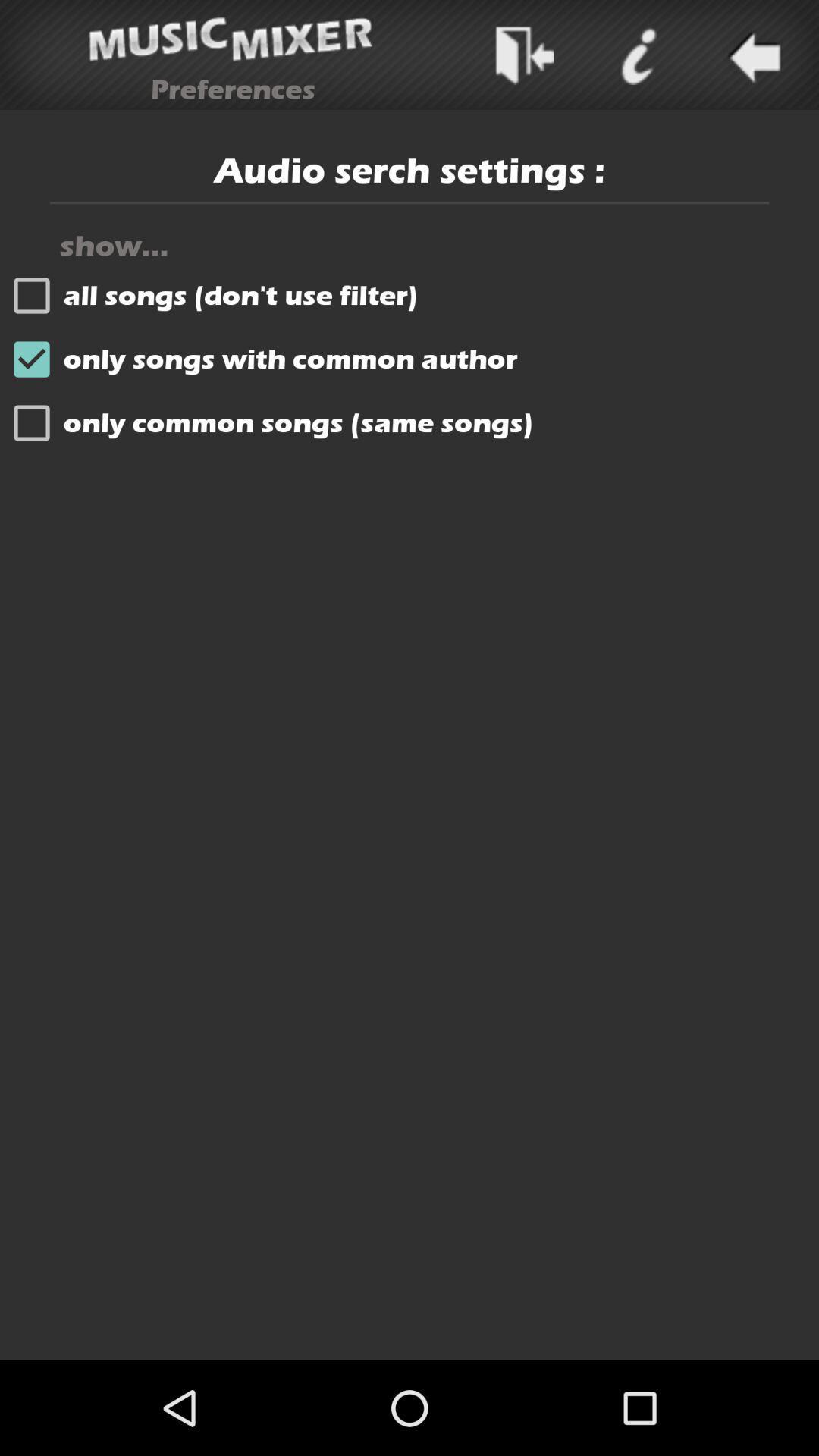  What do you see at coordinates (752, 55) in the screenshot?
I see `backword to option` at bounding box center [752, 55].